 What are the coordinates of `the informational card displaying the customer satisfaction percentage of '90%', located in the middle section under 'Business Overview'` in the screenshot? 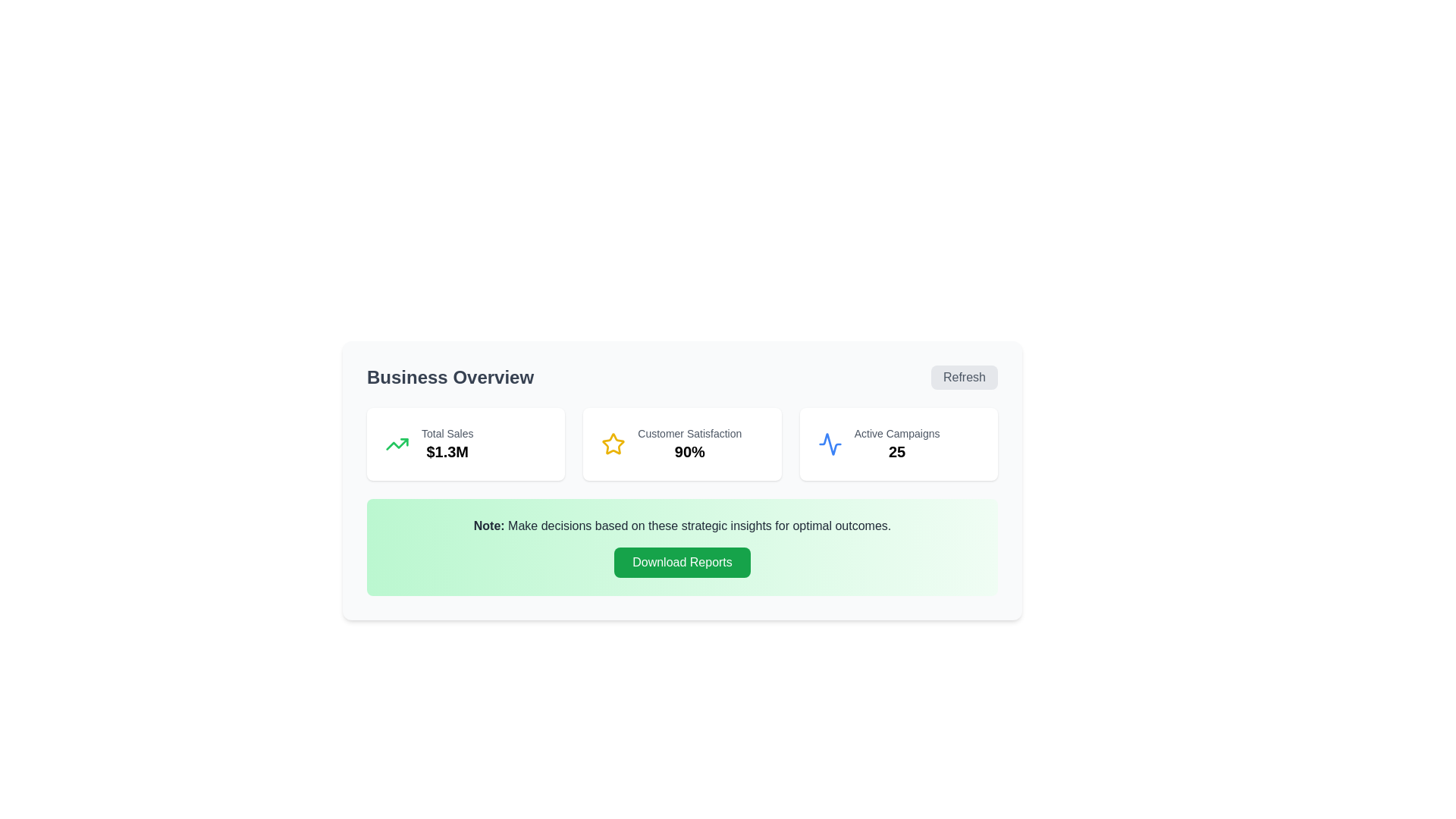 It's located at (682, 480).